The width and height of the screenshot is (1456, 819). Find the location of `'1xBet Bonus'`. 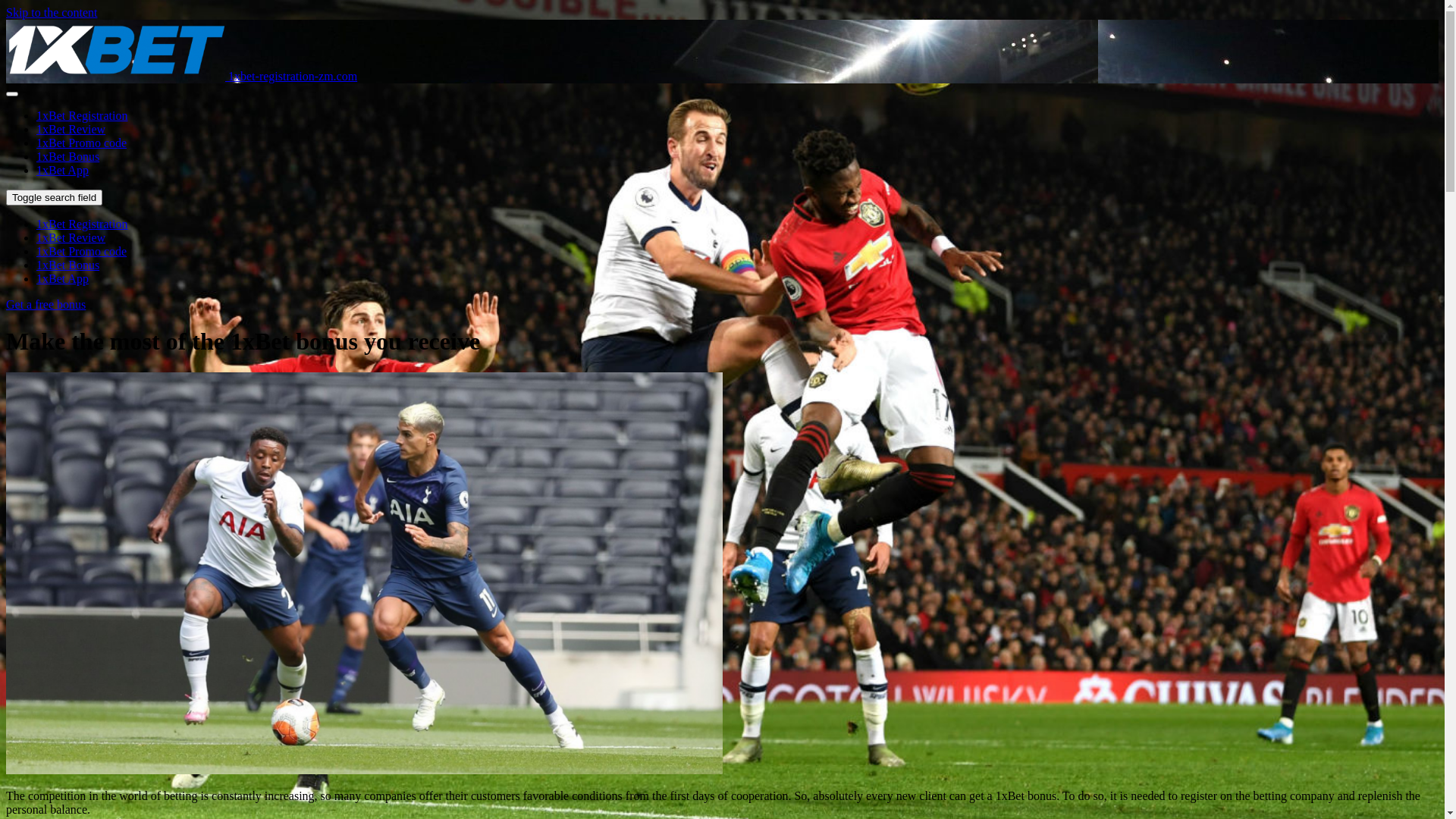

'1xBet Bonus' is located at coordinates (67, 156).